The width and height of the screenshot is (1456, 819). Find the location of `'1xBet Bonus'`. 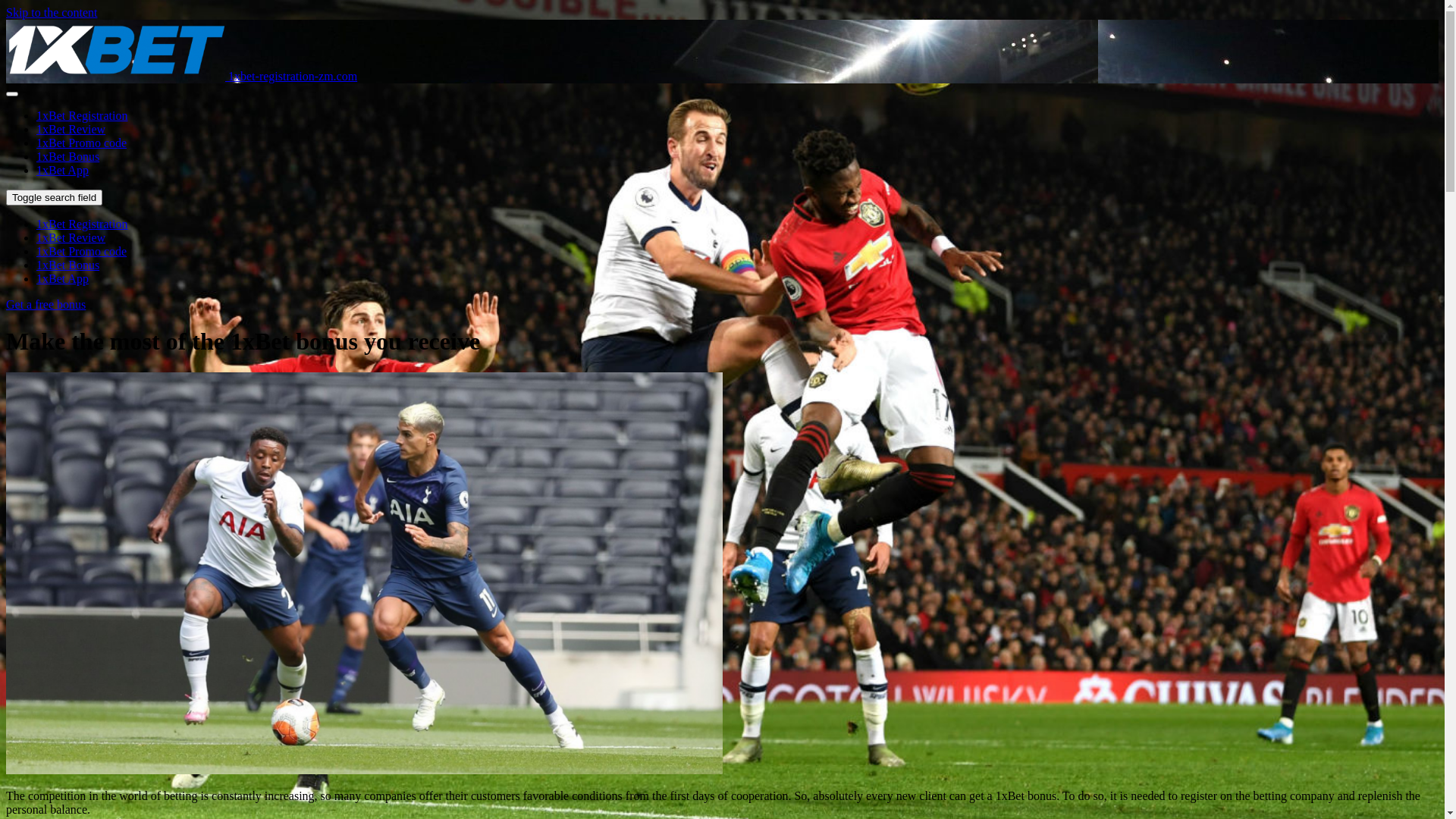

'1xBet Bonus' is located at coordinates (67, 156).